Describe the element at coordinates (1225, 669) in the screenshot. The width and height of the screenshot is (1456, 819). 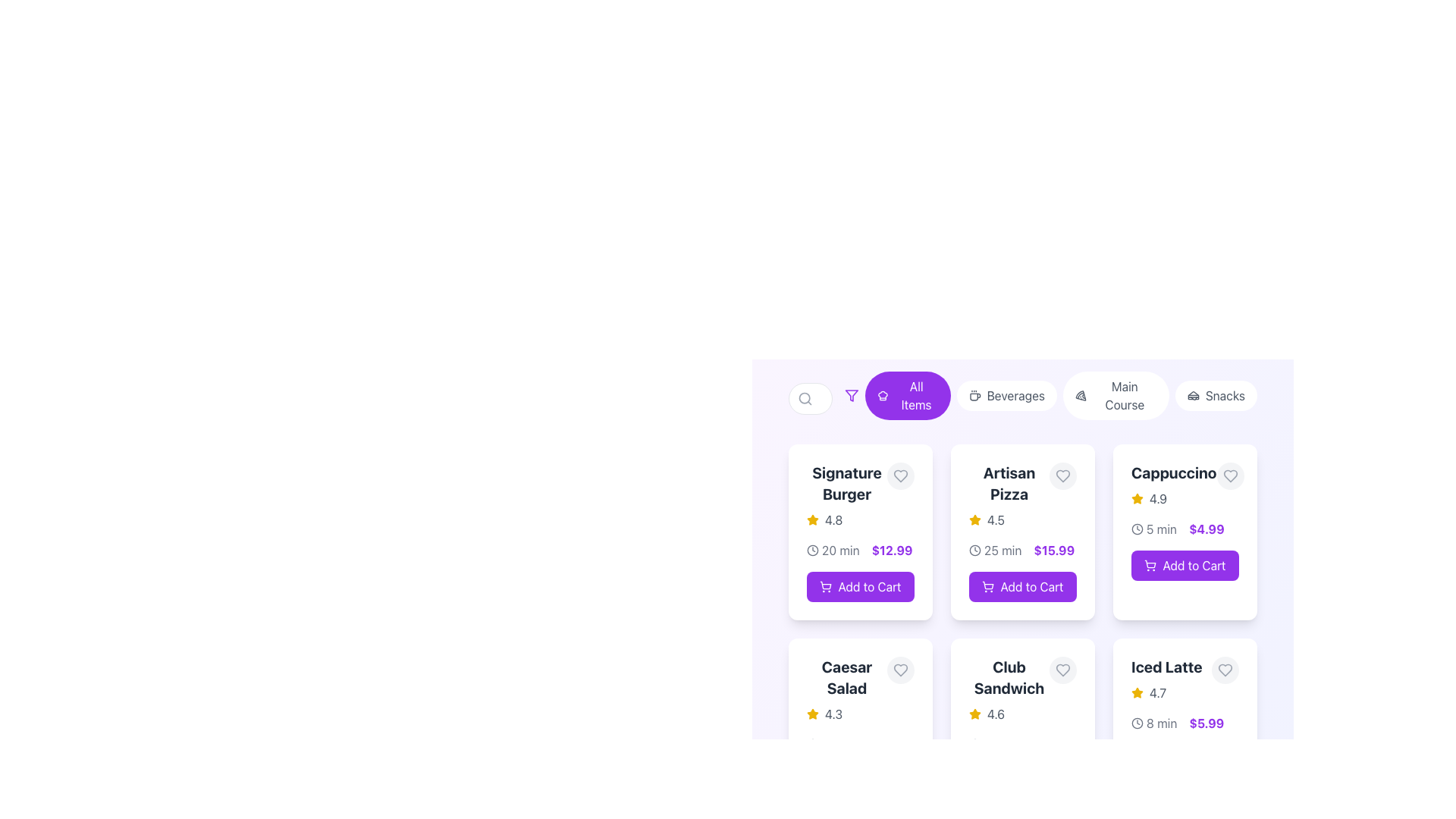
I see `the favorite button located at the top-right corner of the card displaying the item 'Iced Latte'` at that location.